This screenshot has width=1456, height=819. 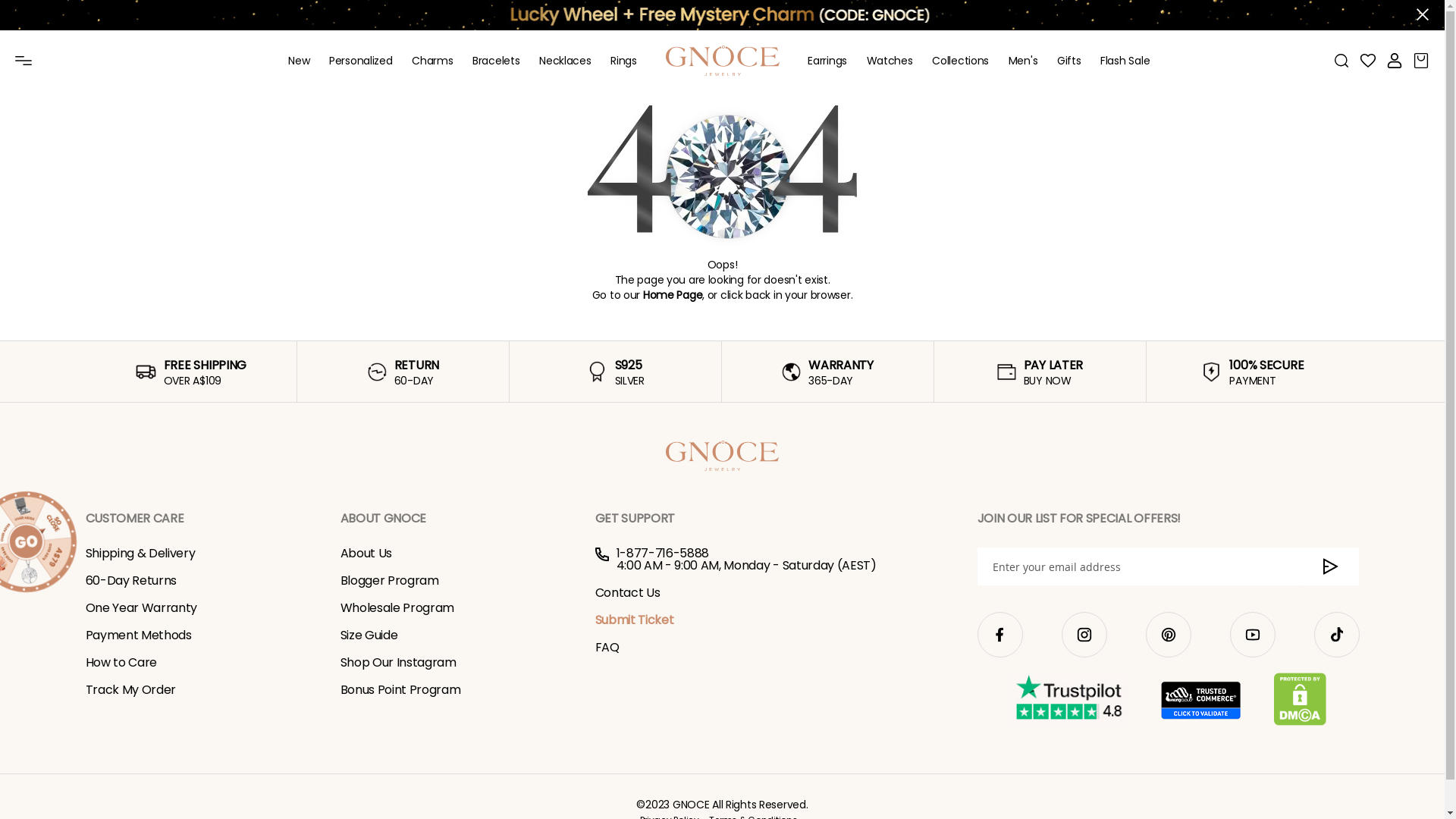 I want to click on 'Men's', so click(x=1023, y=60).